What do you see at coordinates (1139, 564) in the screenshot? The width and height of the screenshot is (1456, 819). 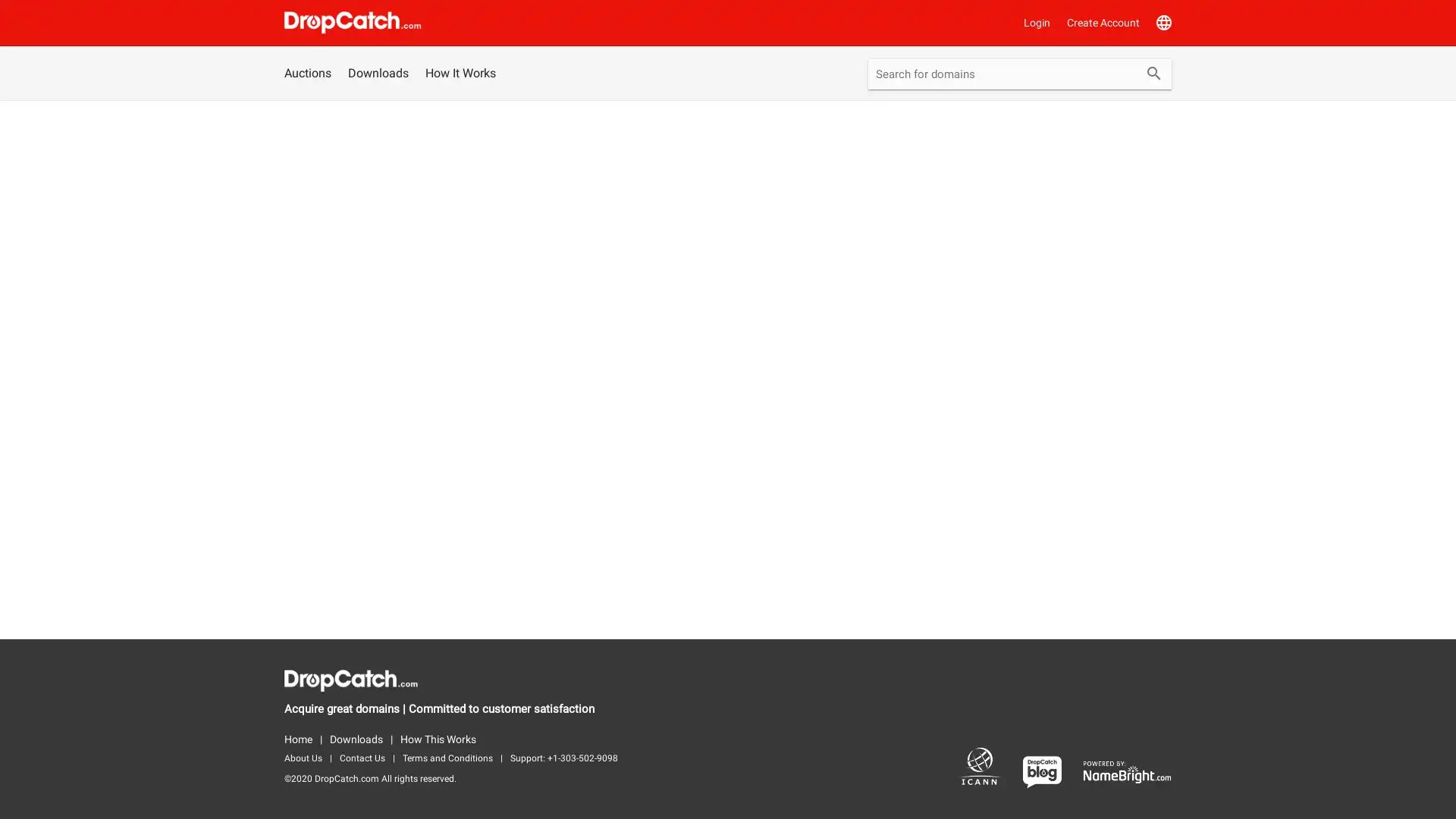 I see `Bid` at bounding box center [1139, 564].